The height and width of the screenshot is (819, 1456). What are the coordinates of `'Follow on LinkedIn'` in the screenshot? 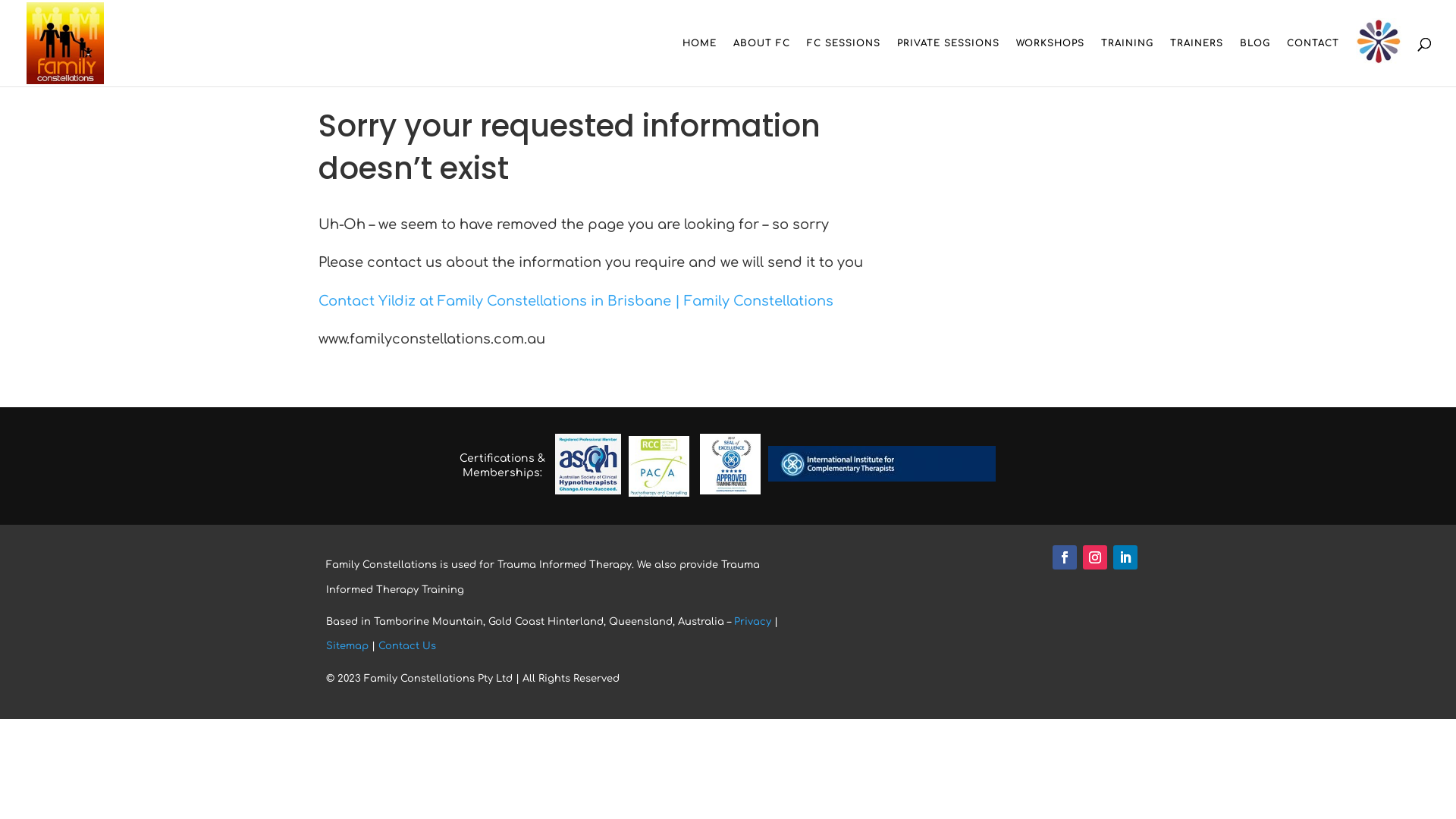 It's located at (1125, 557).